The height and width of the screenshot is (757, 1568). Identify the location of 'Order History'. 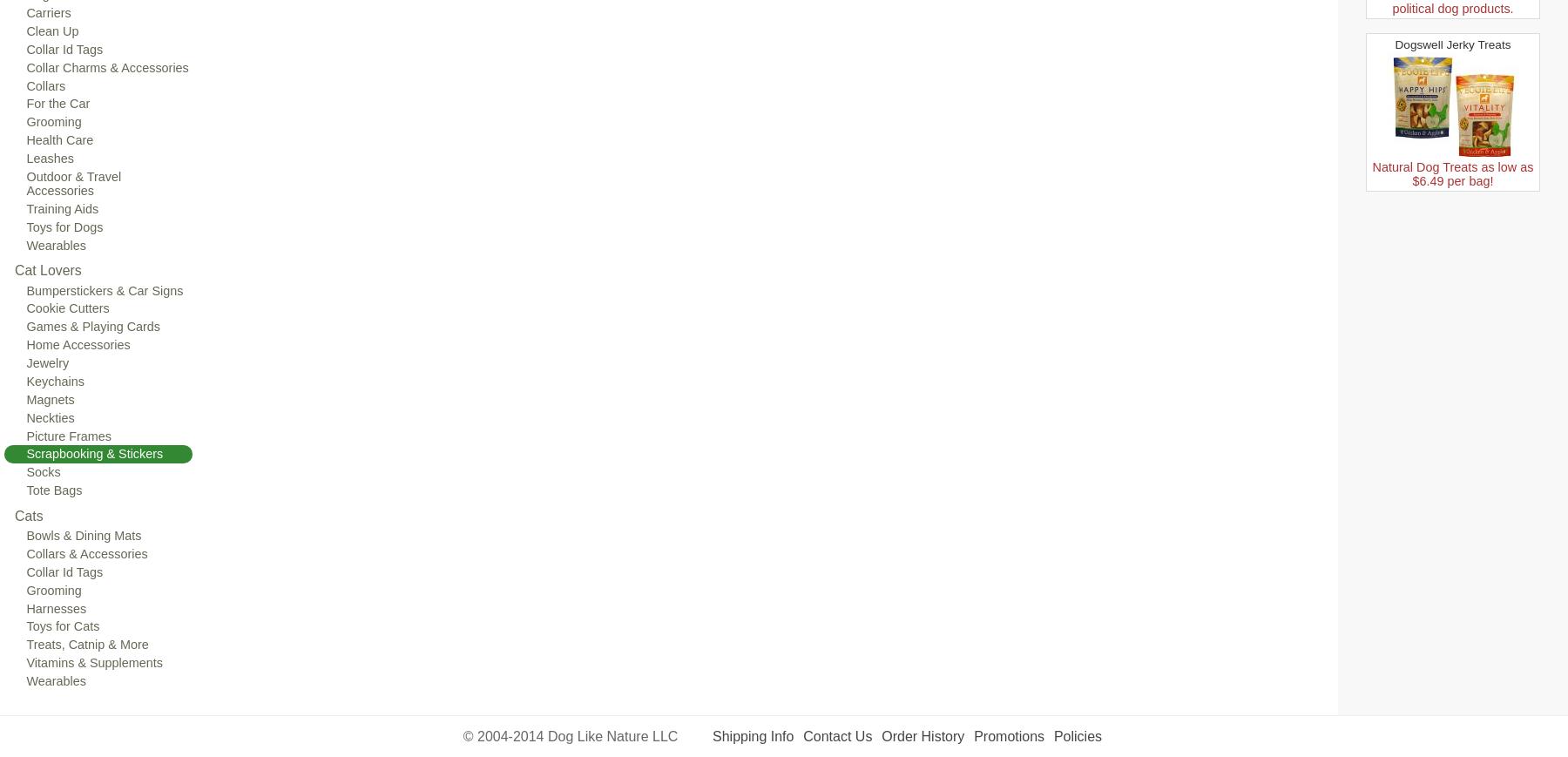
(923, 736).